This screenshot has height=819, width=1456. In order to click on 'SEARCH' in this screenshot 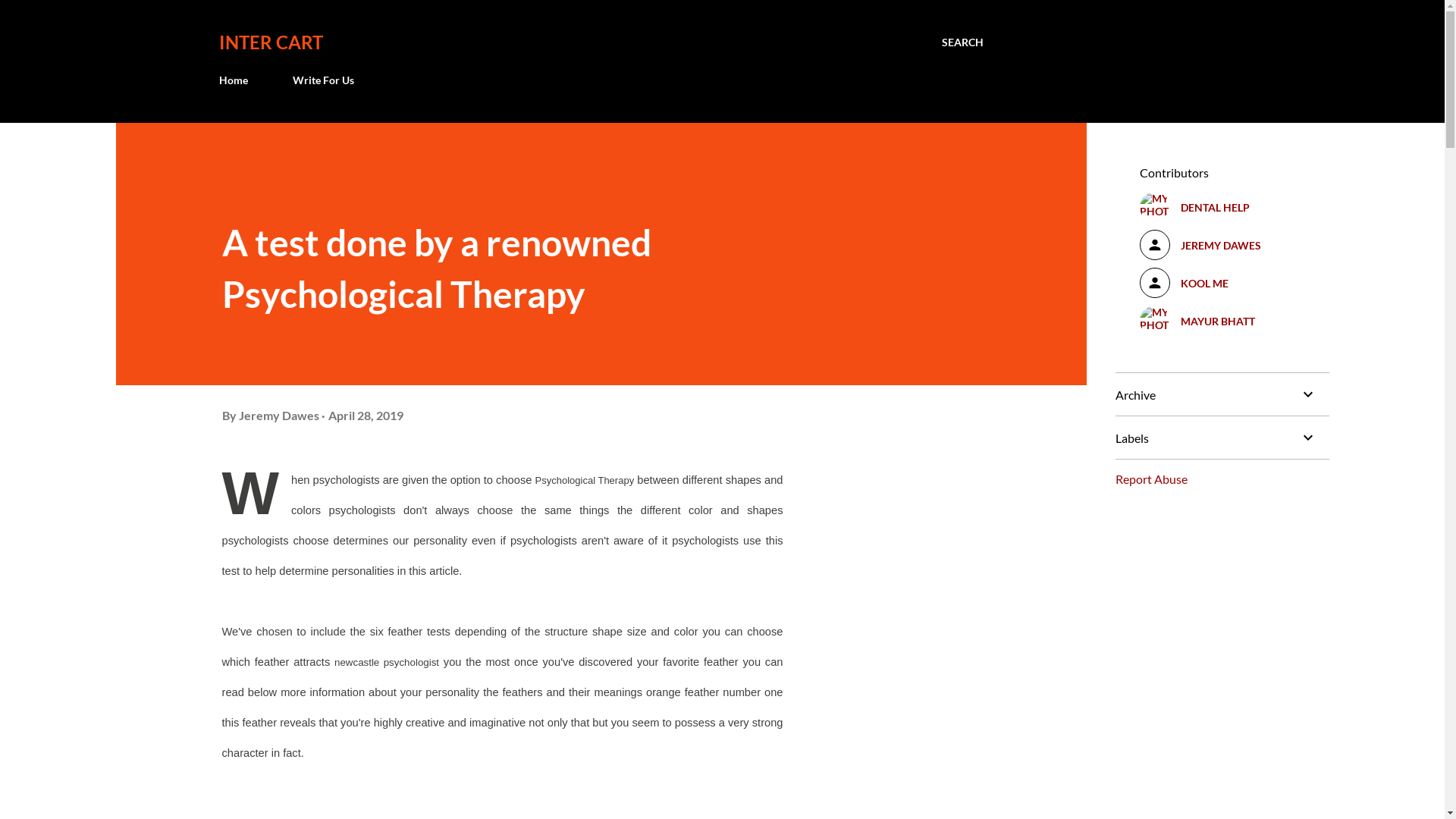, I will do `click(962, 42)`.